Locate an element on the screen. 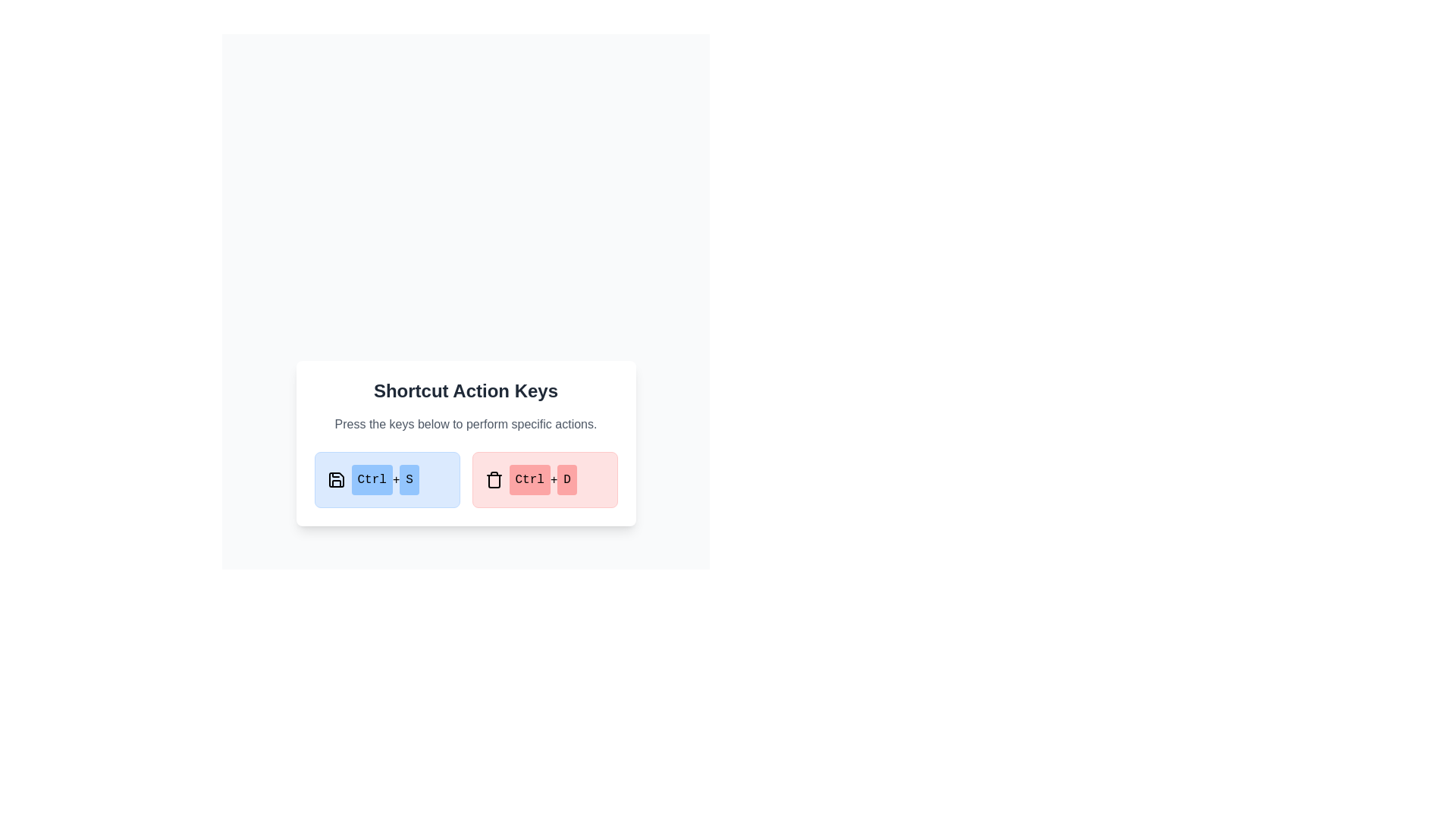 This screenshot has width=1456, height=819. the save icon, which is a floppy disk graphical representation located on the left side of the UI section labeled 'Shortcut Action Keys.' is located at coordinates (335, 479).